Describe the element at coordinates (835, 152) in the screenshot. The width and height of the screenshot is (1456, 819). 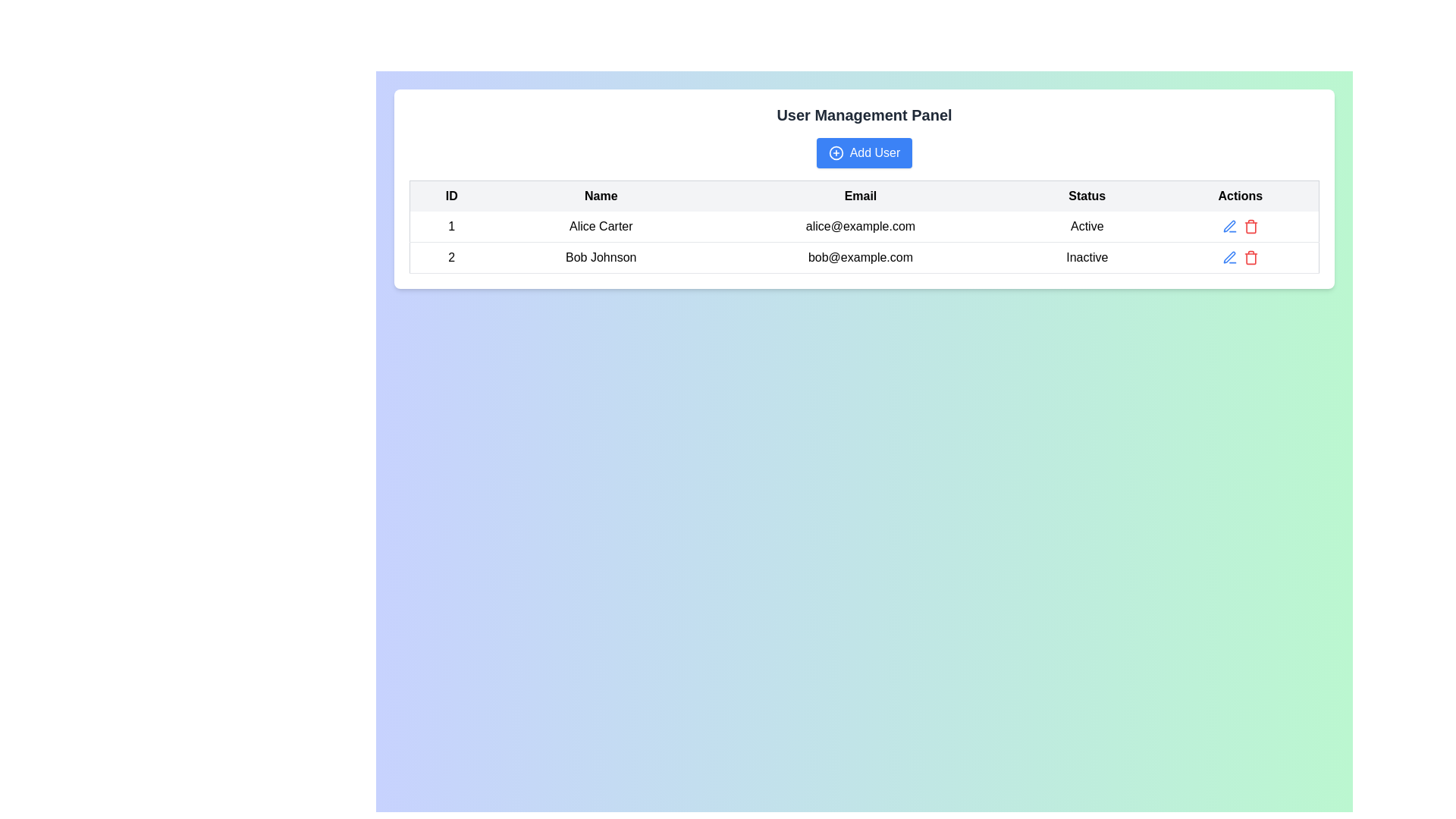
I see `the 'Add User' button icon located to the left of the button text` at that location.